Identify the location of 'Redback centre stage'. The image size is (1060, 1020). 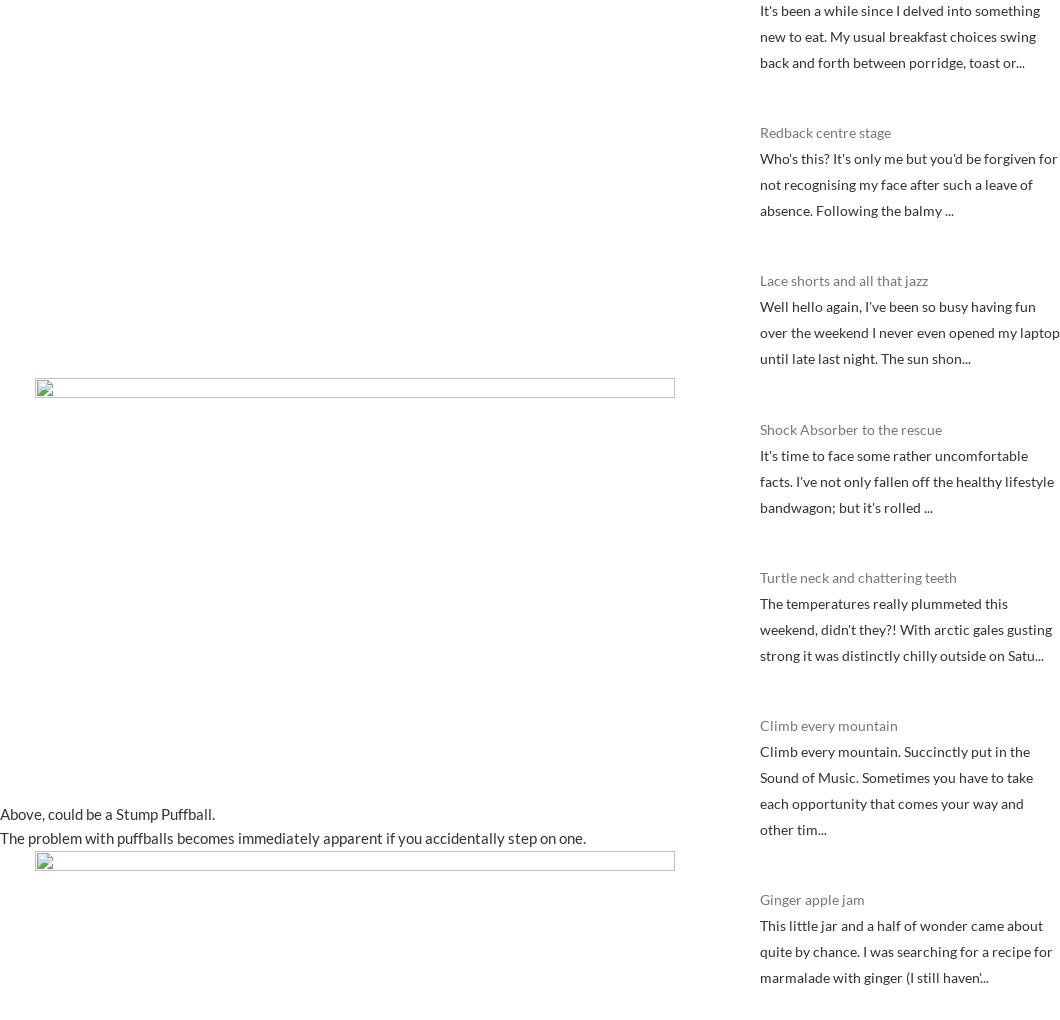
(825, 132).